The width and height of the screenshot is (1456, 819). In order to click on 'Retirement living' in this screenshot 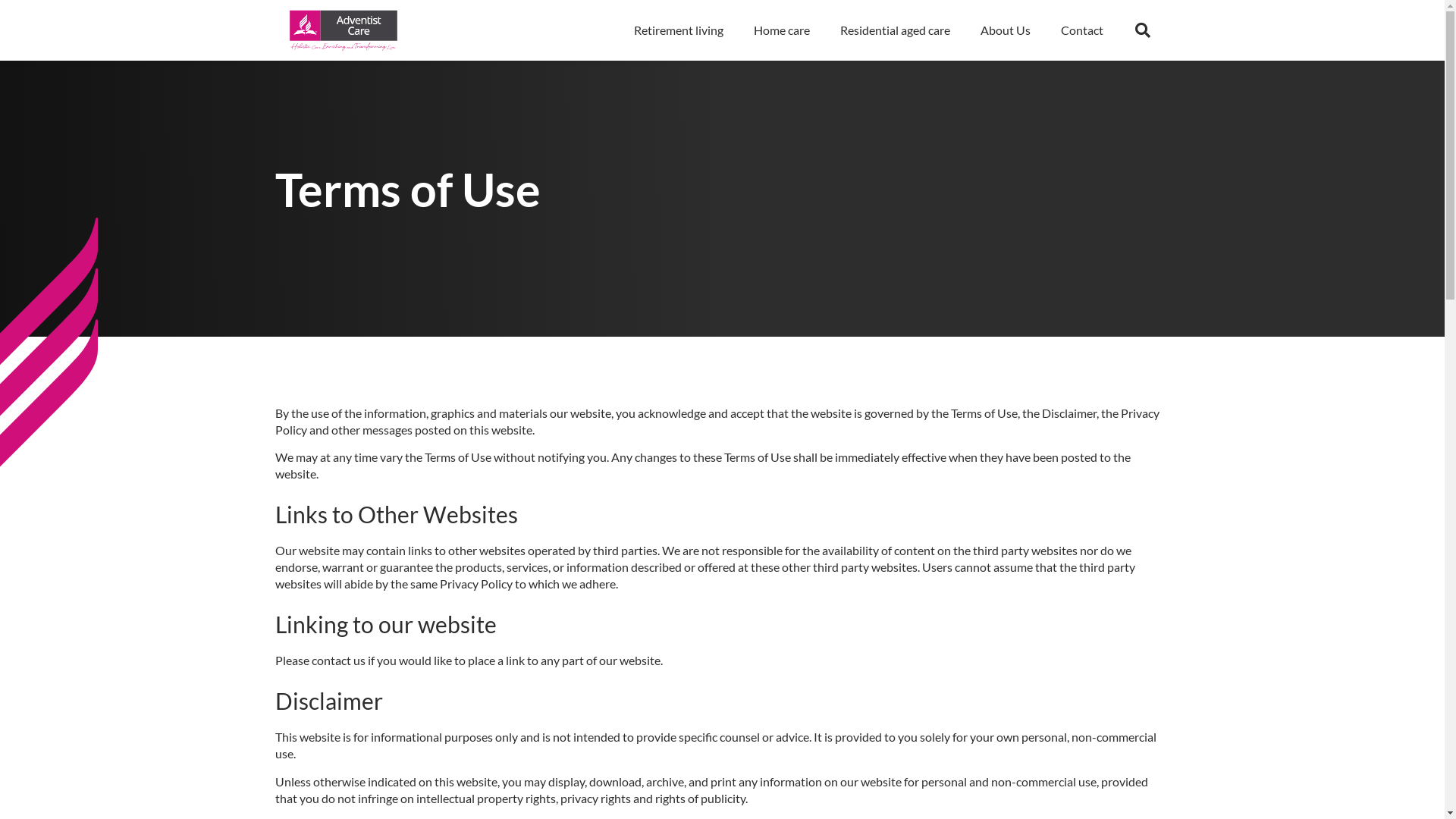, I will do `click(677, 30)`.